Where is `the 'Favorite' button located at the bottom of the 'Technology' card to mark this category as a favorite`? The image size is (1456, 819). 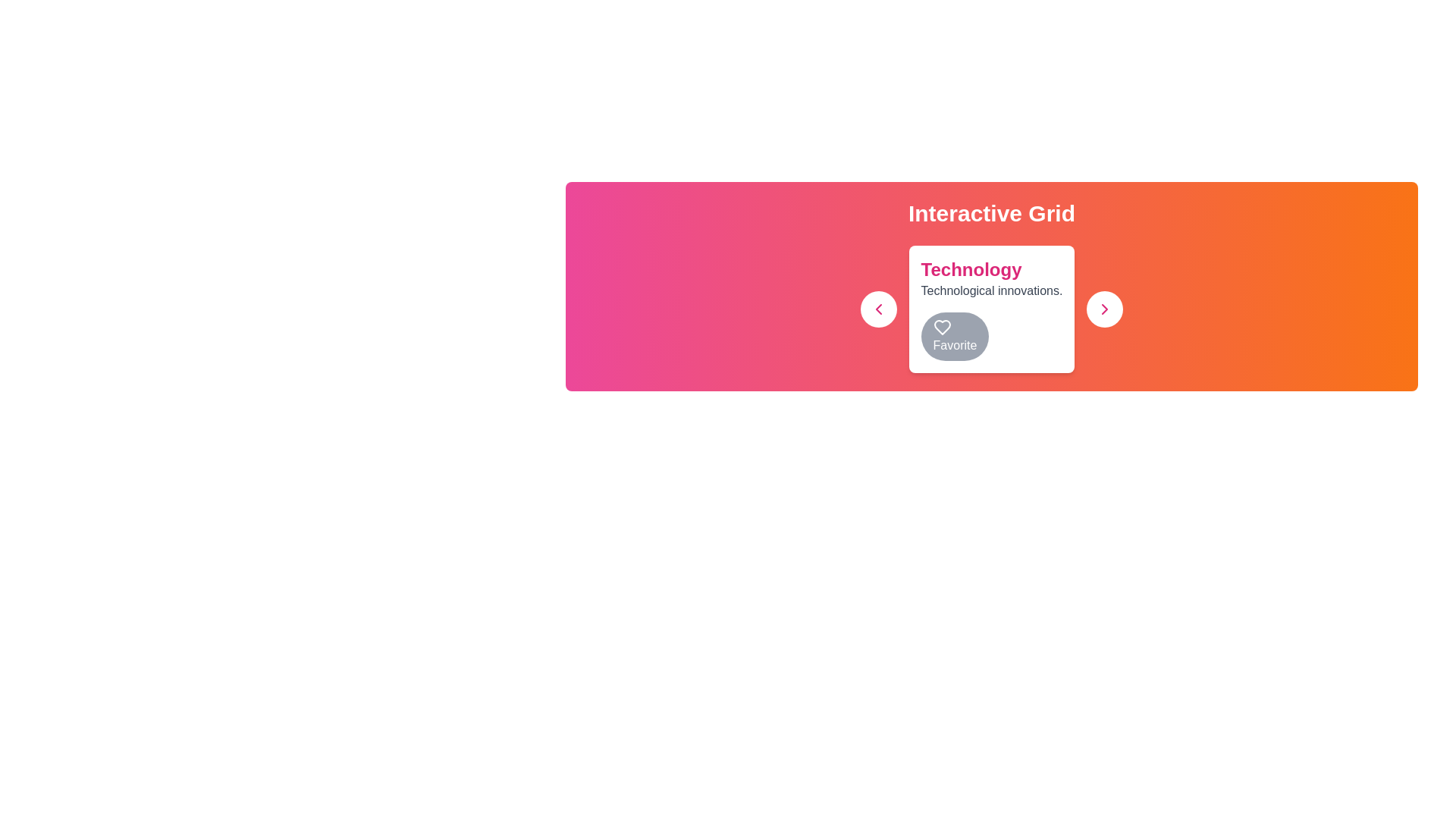 the 'Favorite' button located at the bottom of the 'Technology' card to mark this category as a favorite is located at coordinates (991, 309).